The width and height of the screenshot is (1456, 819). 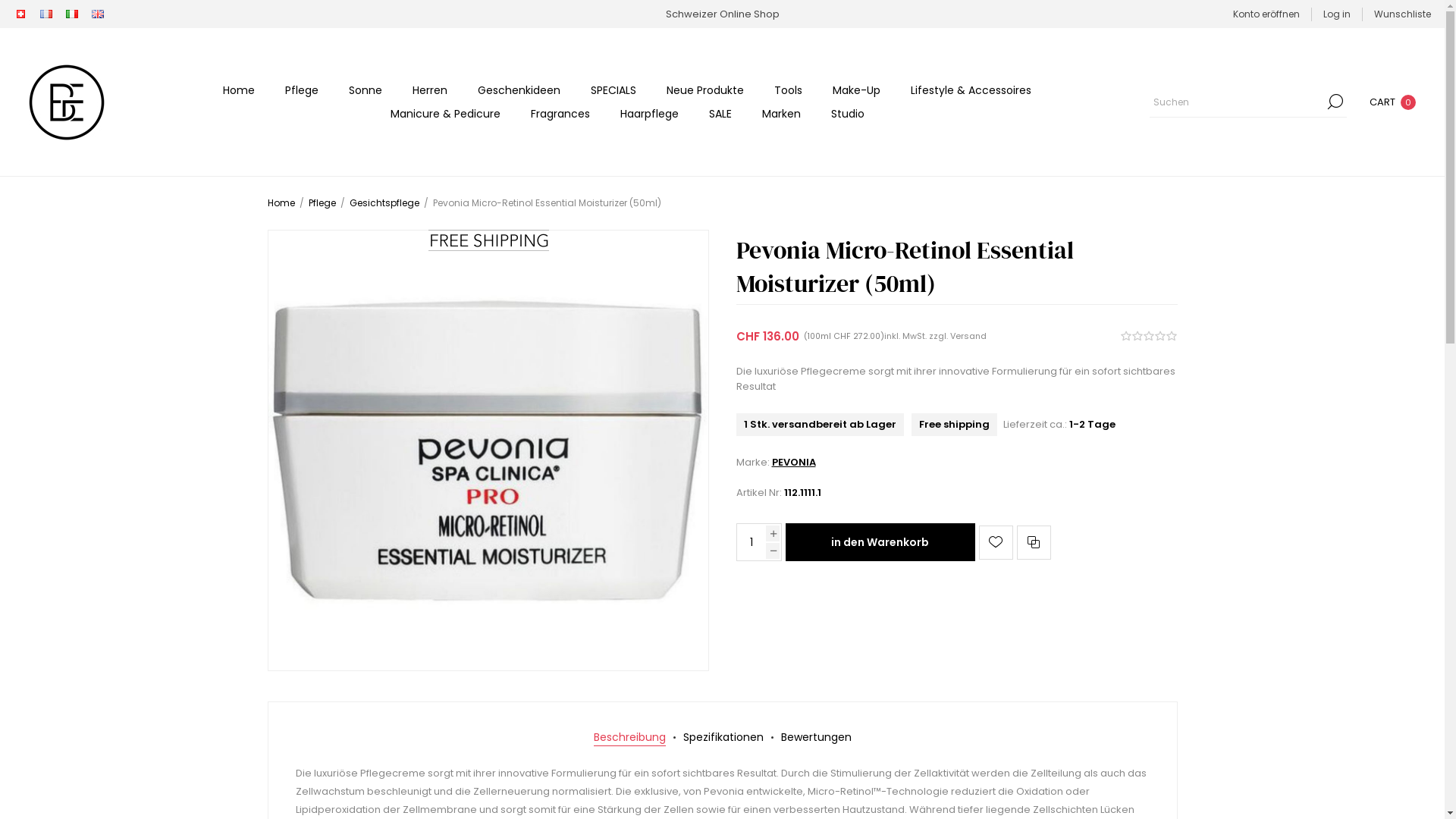 I want to click on 'SPECIALS', so click(x=613, y=90).